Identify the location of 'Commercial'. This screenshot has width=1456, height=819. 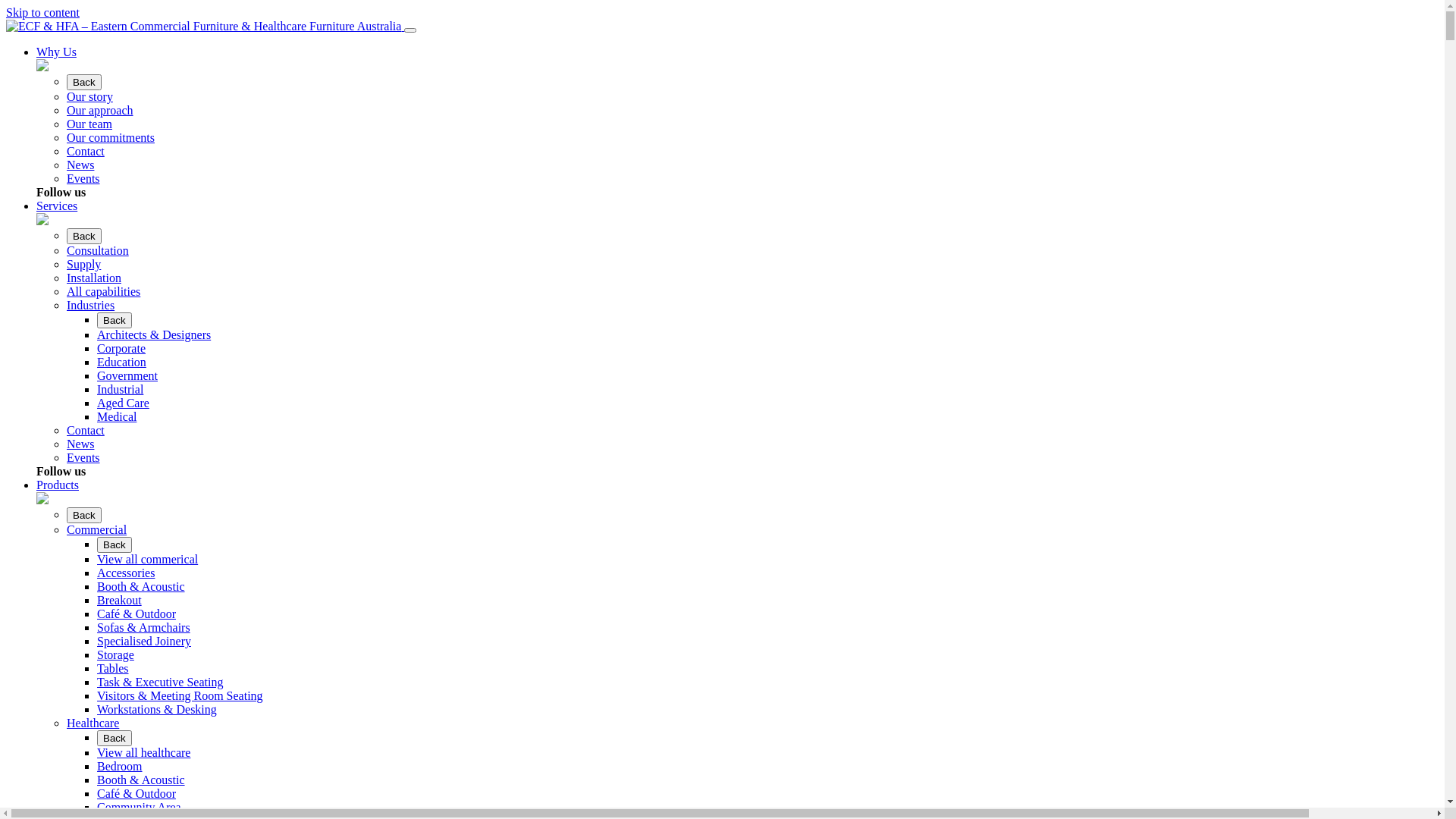
(96, 529).